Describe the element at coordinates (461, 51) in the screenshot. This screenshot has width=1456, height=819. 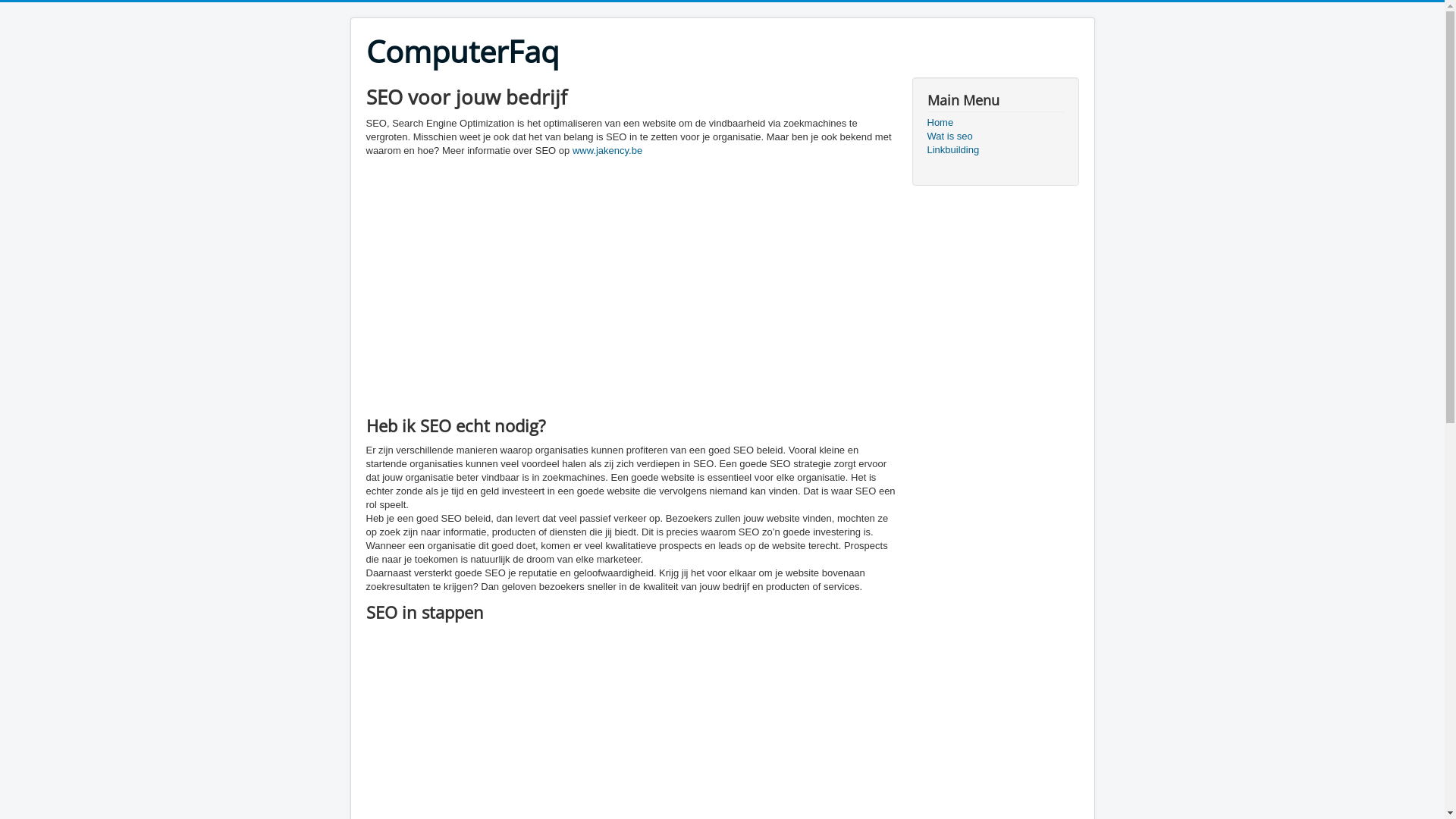
I see `'ComputerFaq'` at that location.